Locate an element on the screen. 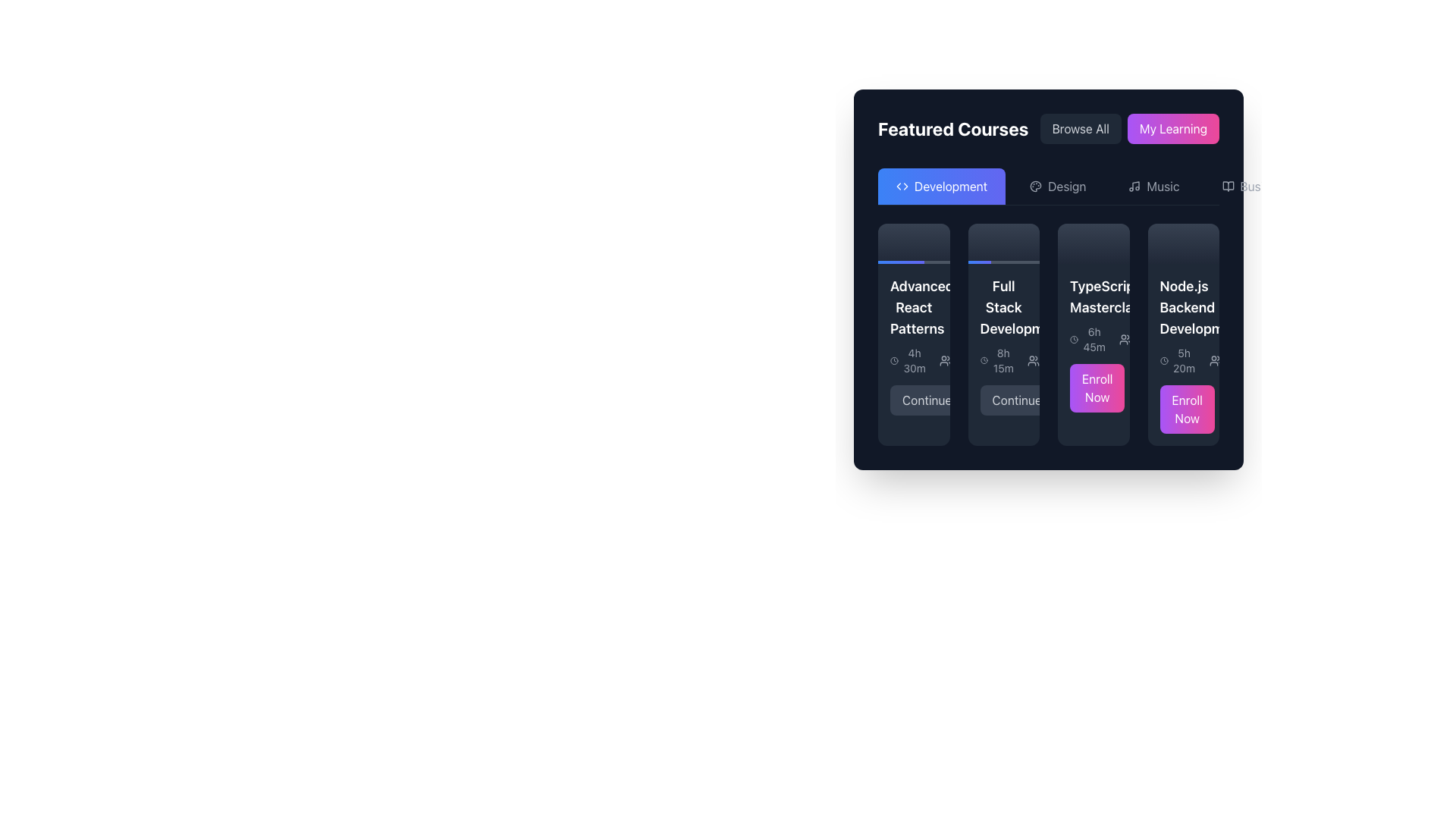 The height and width of the screenshot is (819, 1456). the button at the bottom of the 'TypeScript Masterclass' card to enroll in the course is located at coordinates (1094, 388).